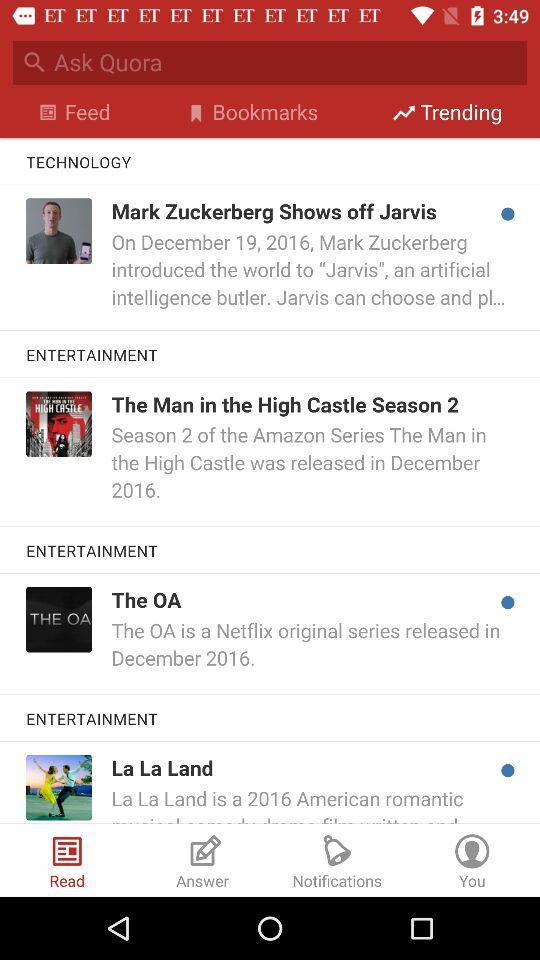  Describe the element at coordinates (472, 848) in the screenshot. I see `the last icon` at that location.